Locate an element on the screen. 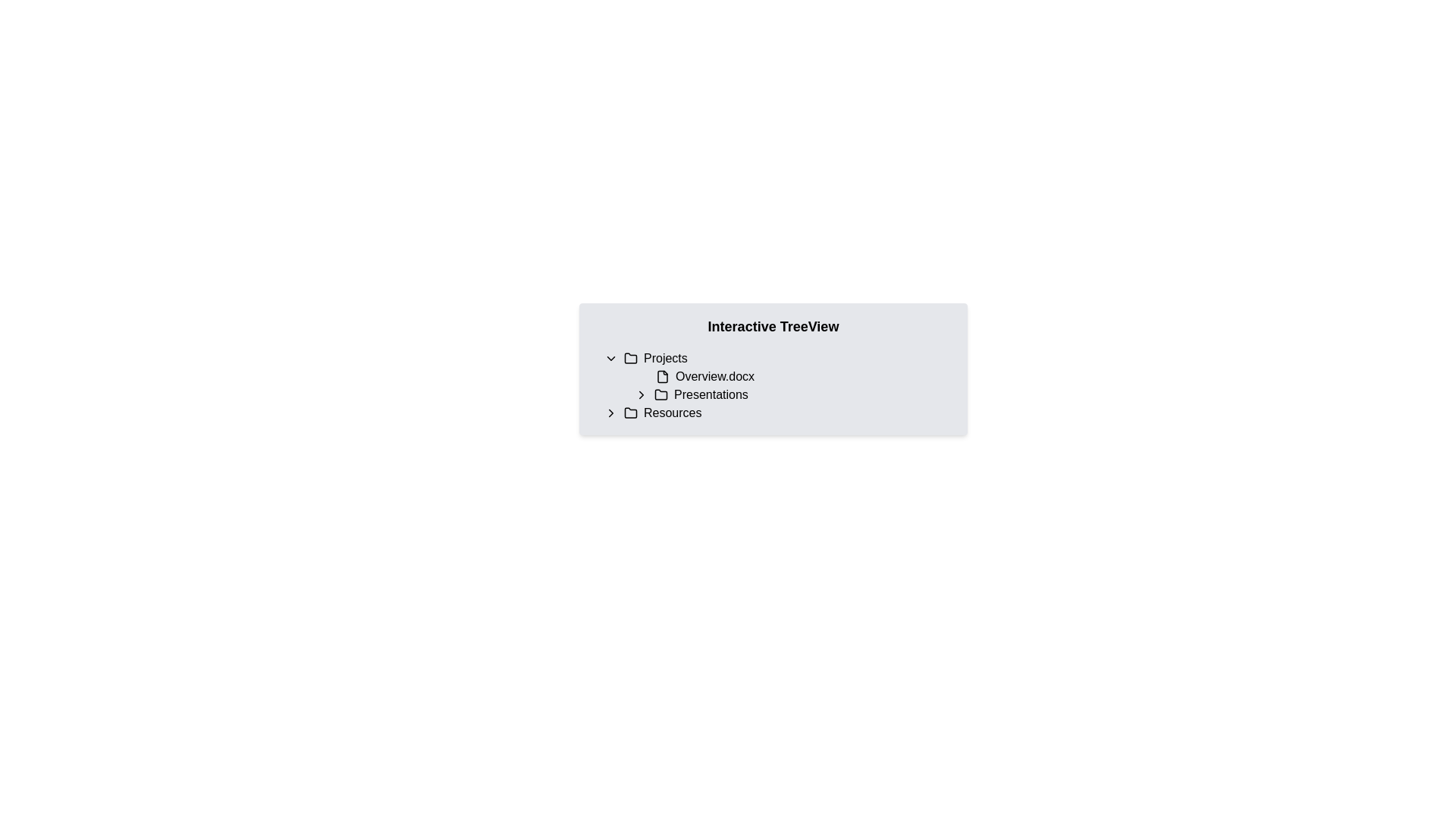  the file attachment icon associated with 'Overview.docx' in the tree view under the 'Projects' folder is located at coordinates (662, 376).